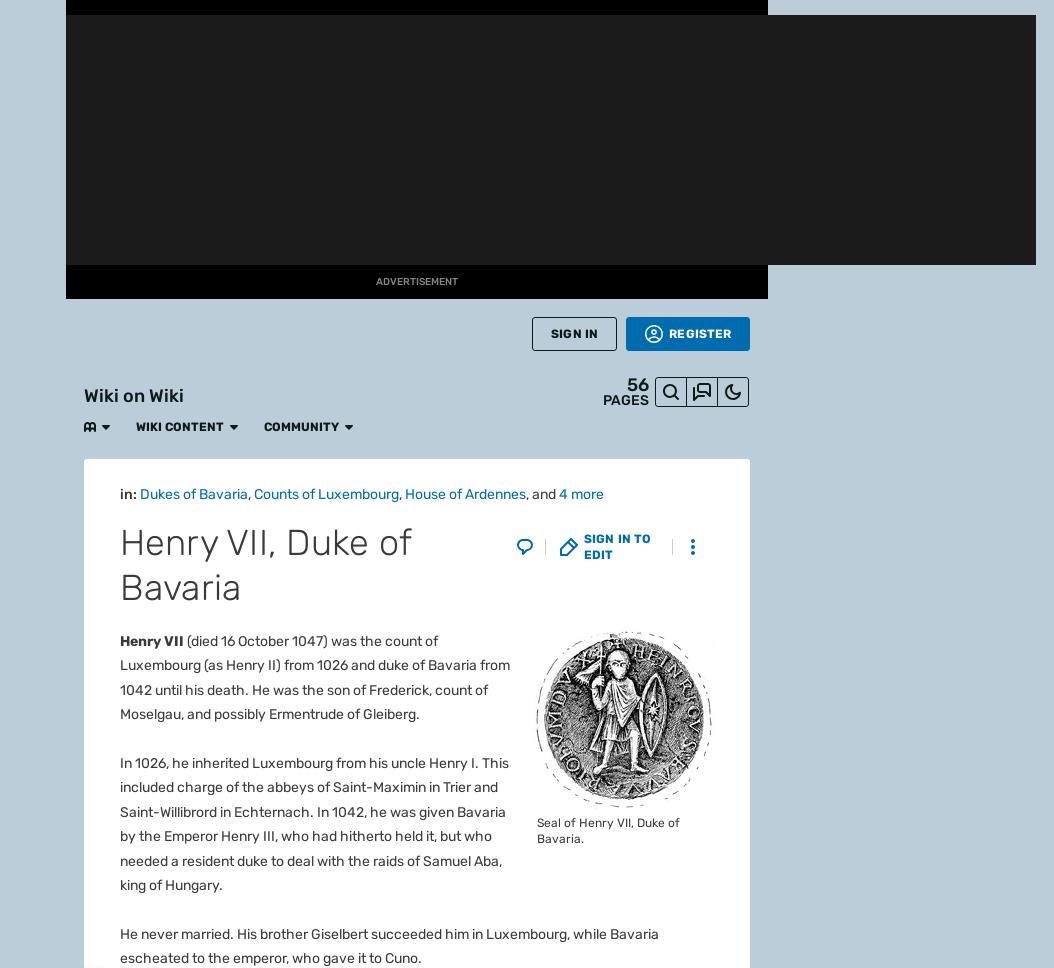 The image size is (1054, 968). What do you see at coordinates (171, 74) in the screenshot?
I see `'Fan Feed'` at bounding box center [171, 74].